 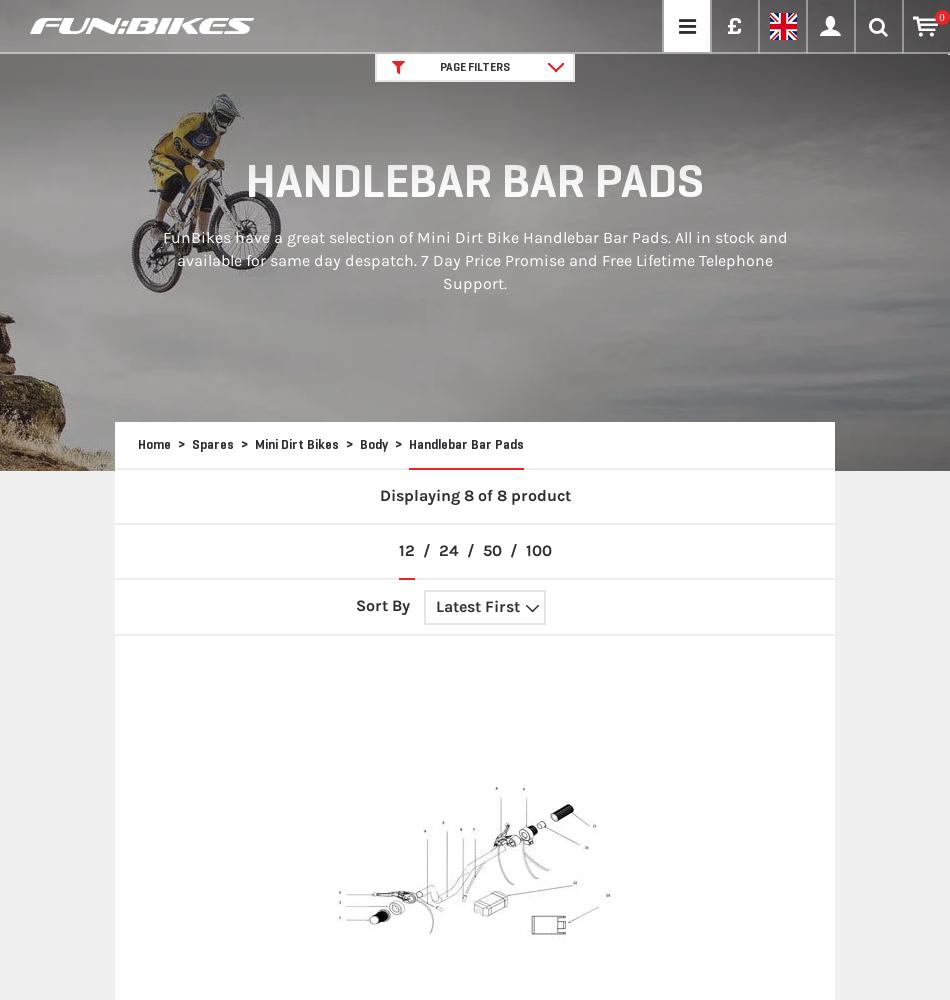 I want to click on '0', so click(x=941, y=17).